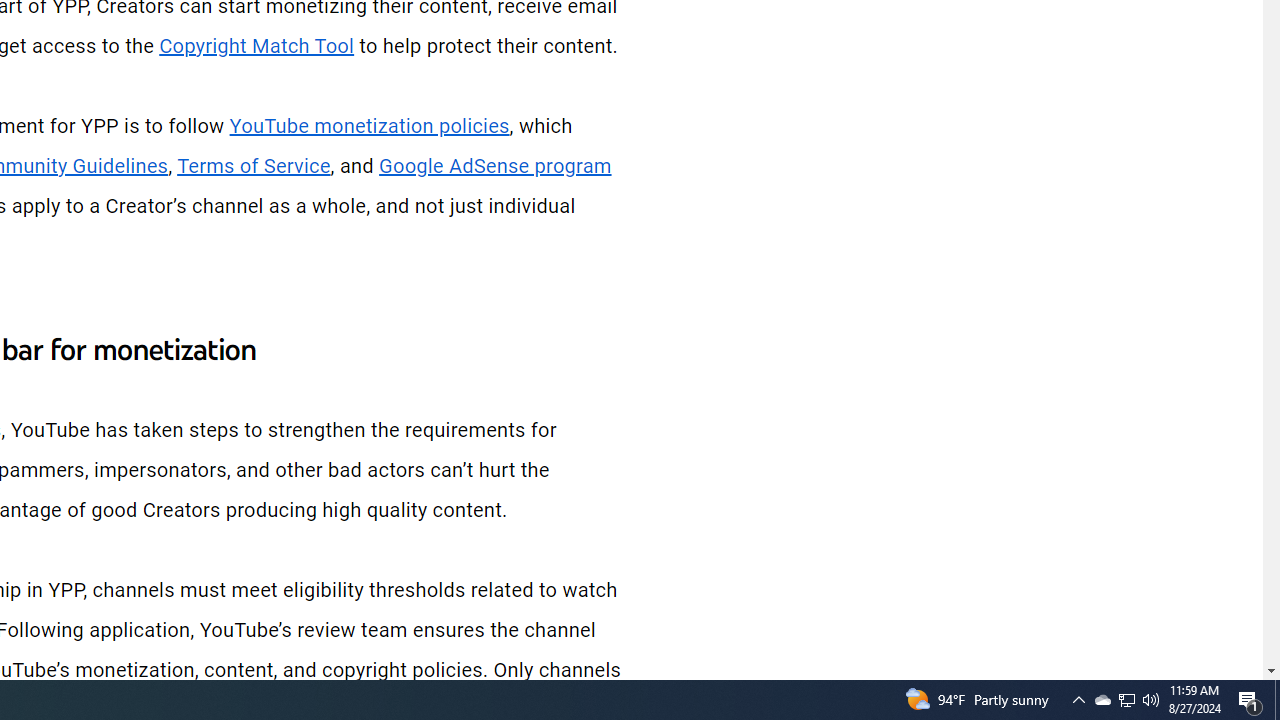  Describe the element at coordinates (369, 126) in the screenshot. I see `'YouTube monetization policies'` at that location.